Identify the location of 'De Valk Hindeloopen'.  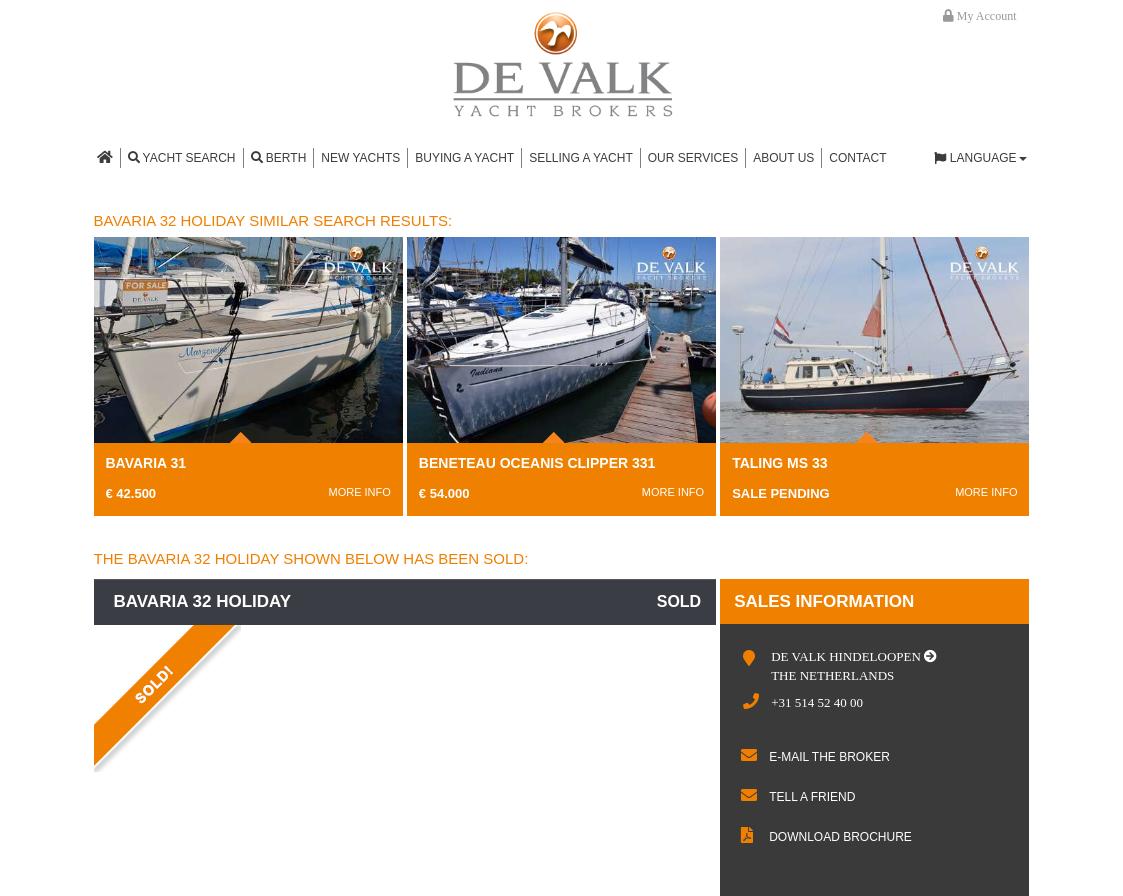
(844, 655).